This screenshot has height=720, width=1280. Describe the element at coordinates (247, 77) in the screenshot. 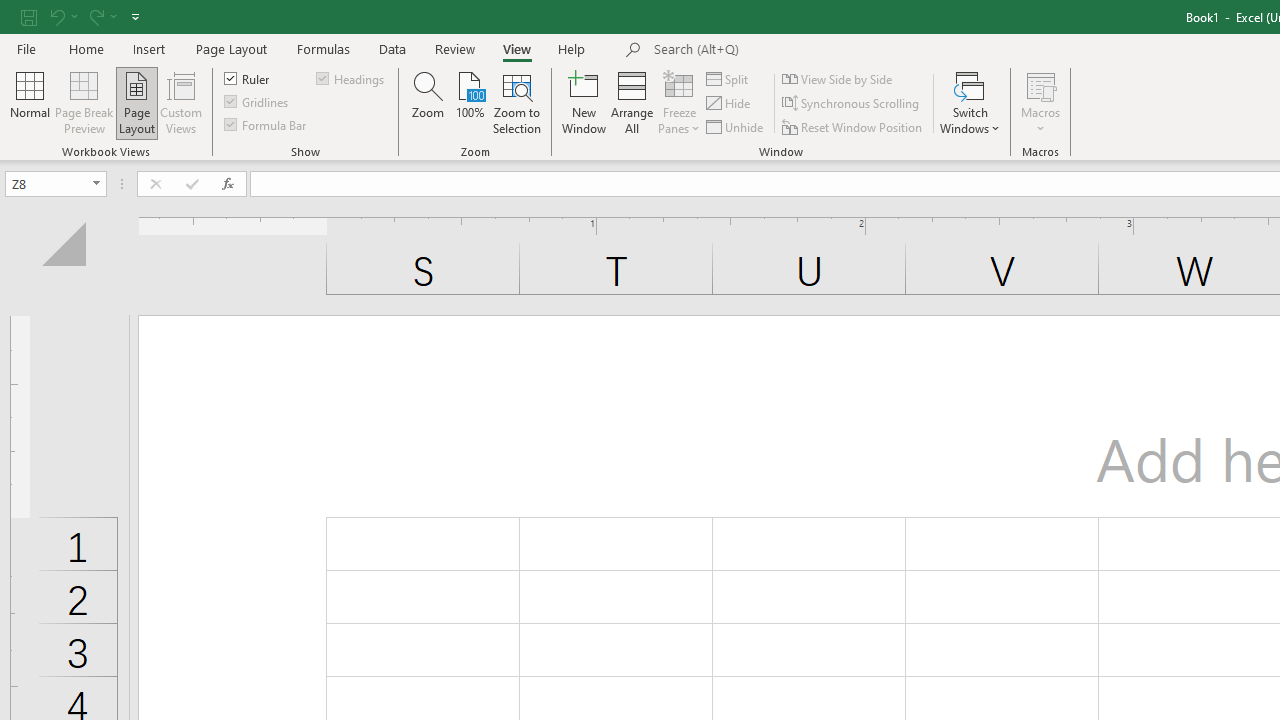

I see `'Ruler'` at that location.